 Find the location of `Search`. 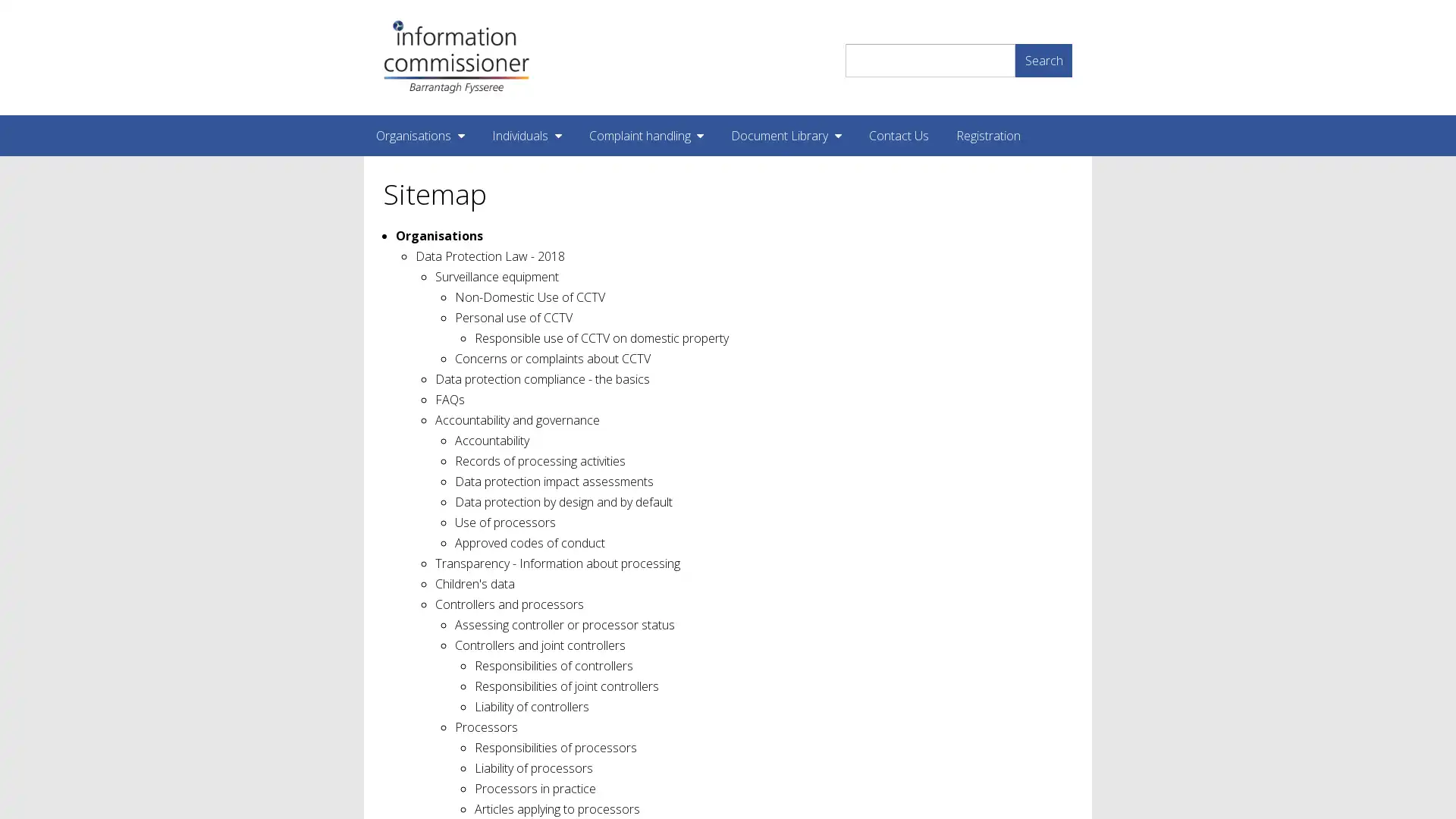

Search is located at coordinates (1043, 58).